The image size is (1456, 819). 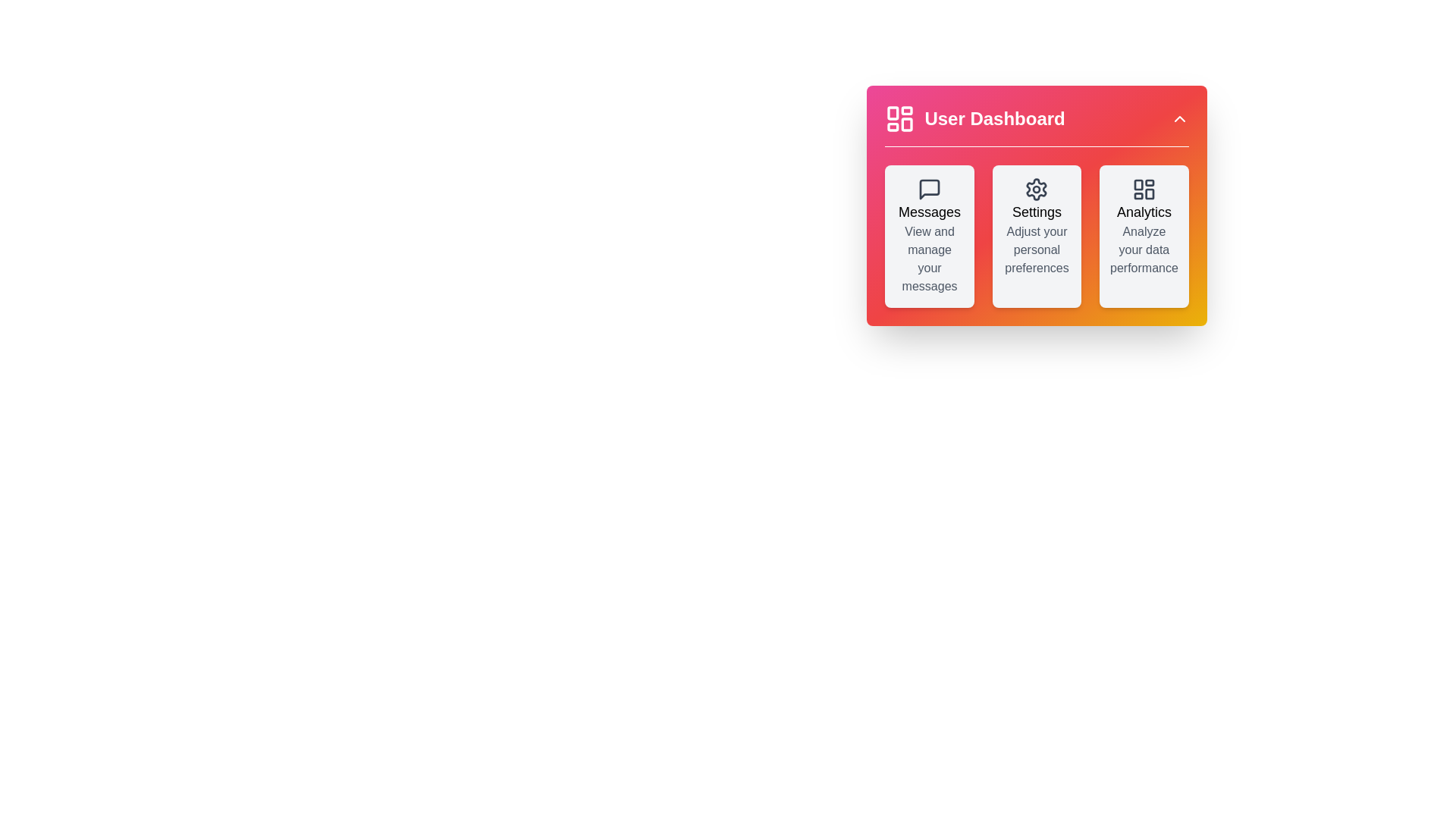 What do you see at coordinates (1036, 237) in the screenshot?
I see `the middle card in the Clickable card interface, which has a light gray background, rounded corners, a gear icon, bold text 'Settings', and a subtitle 'Adjust your personal preferences'` at bounding box center [1036, 237].